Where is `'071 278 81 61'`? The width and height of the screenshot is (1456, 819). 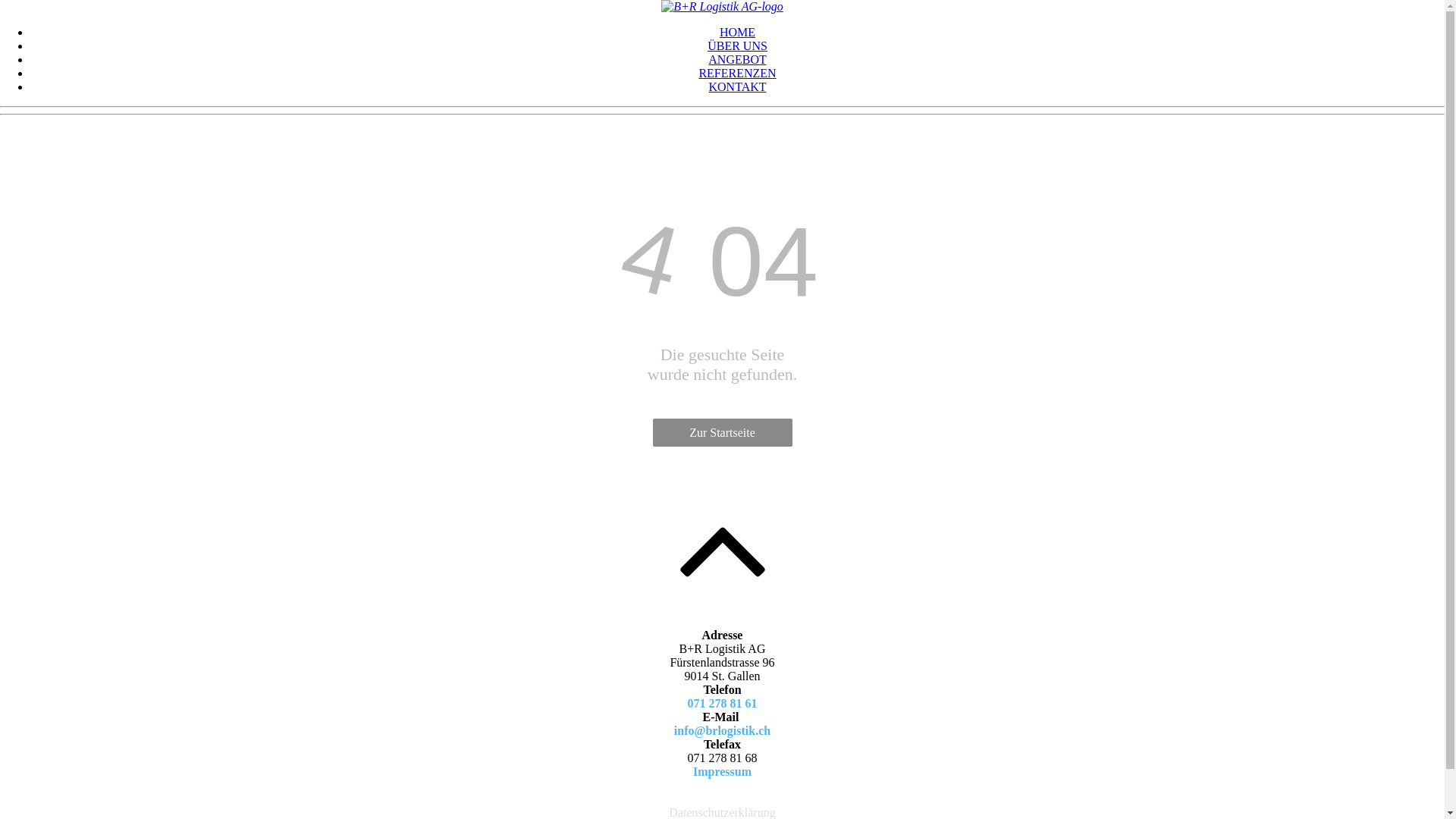 '071 278 81 61' is located at coordinates (720, 703).